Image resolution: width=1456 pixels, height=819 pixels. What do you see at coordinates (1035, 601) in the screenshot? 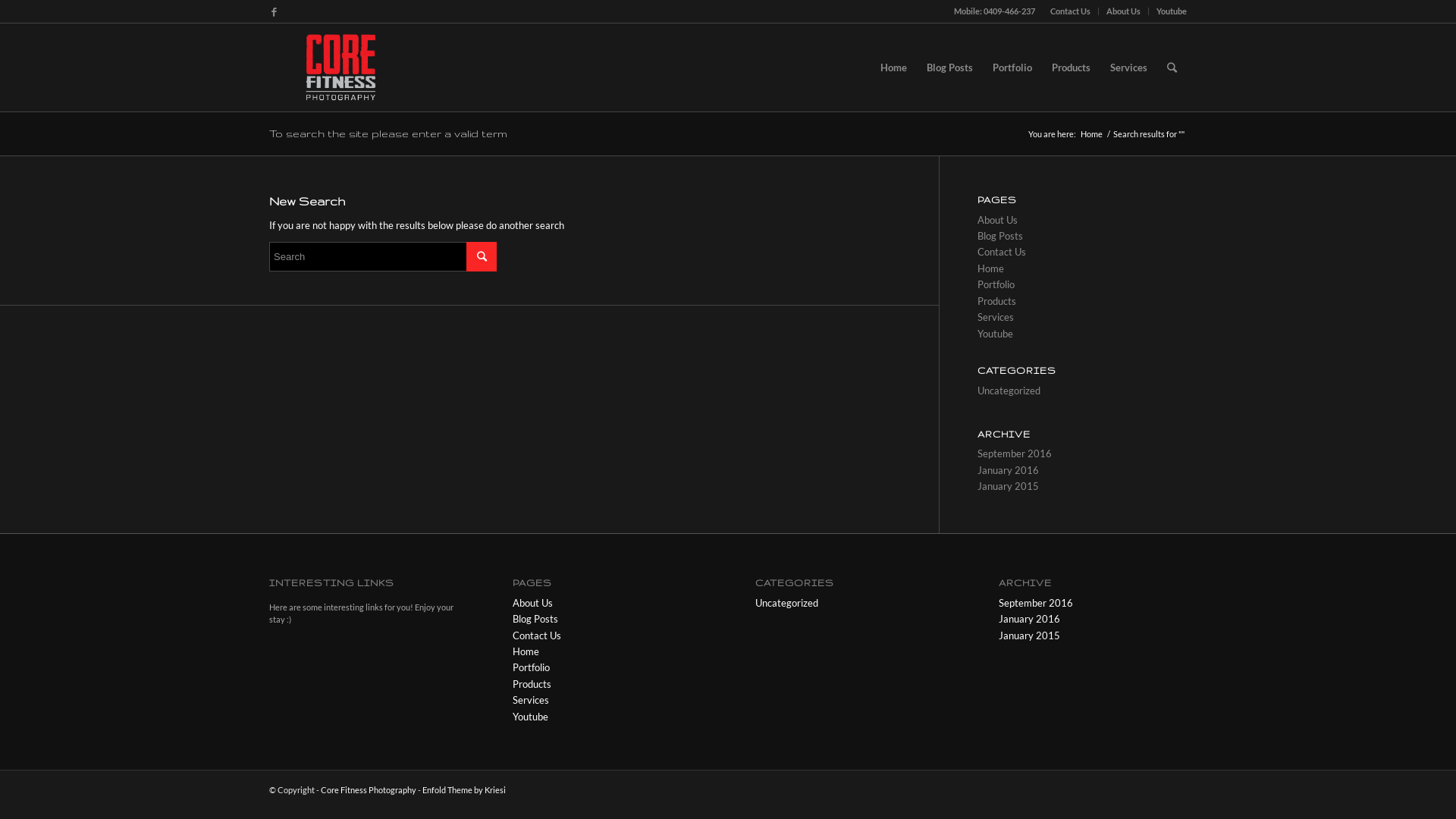
I see `'September 2016'` at bounding box center [1035, 601].